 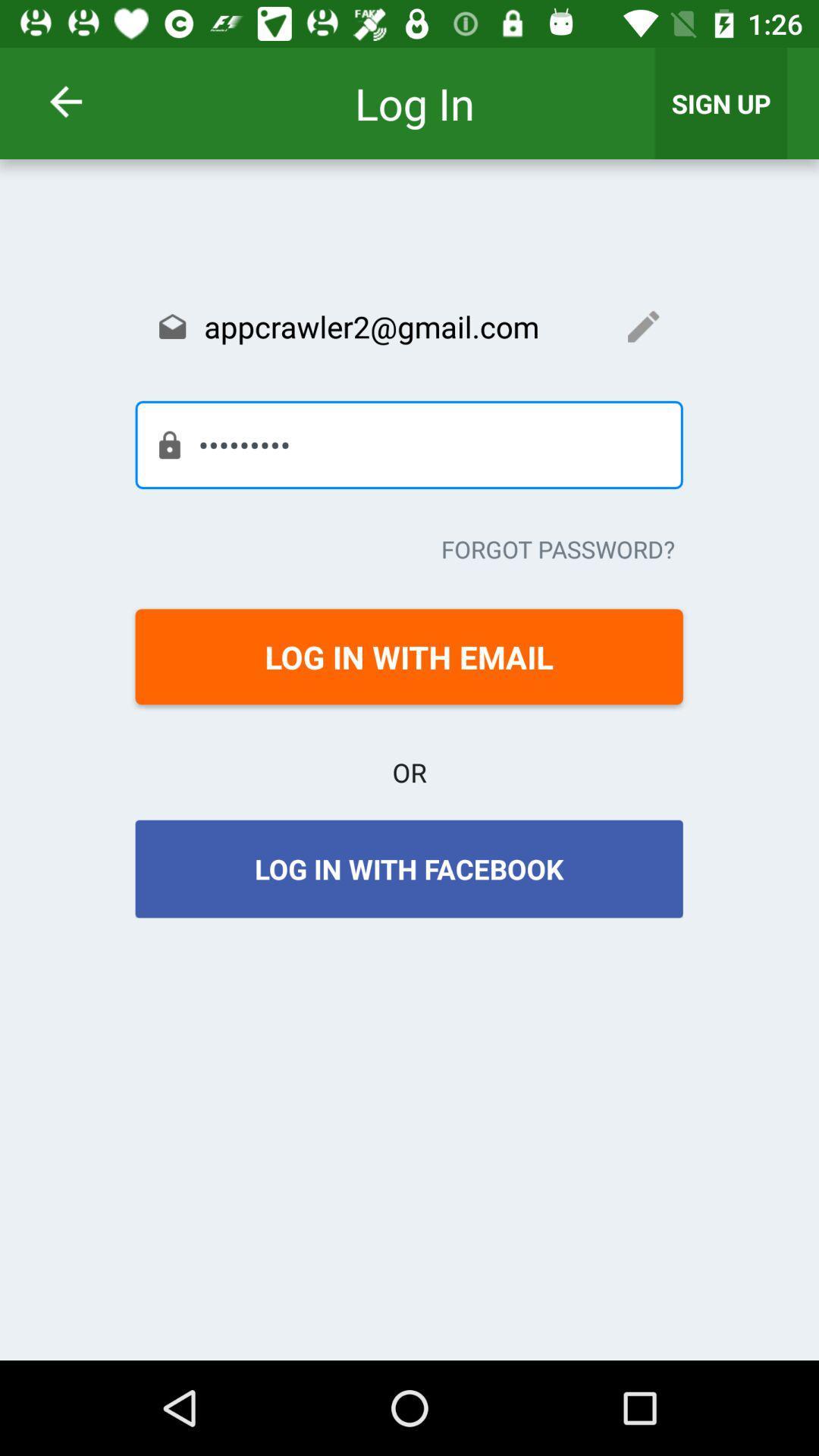 I want to click on item above the forgot password? icon, so click(x=408, y=444).